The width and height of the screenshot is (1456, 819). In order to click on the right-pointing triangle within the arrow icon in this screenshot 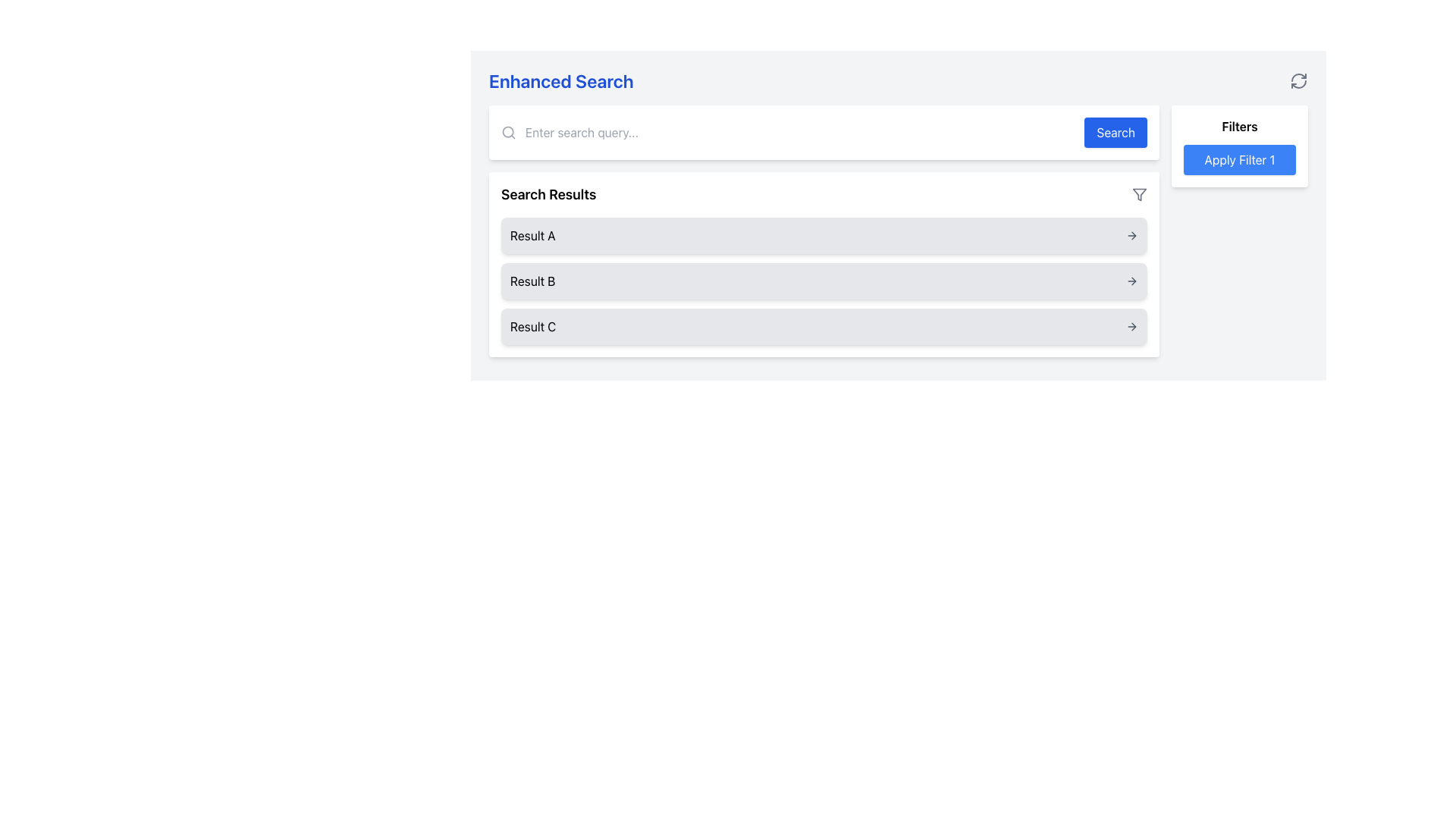, I will do `click(1133, 236)`.